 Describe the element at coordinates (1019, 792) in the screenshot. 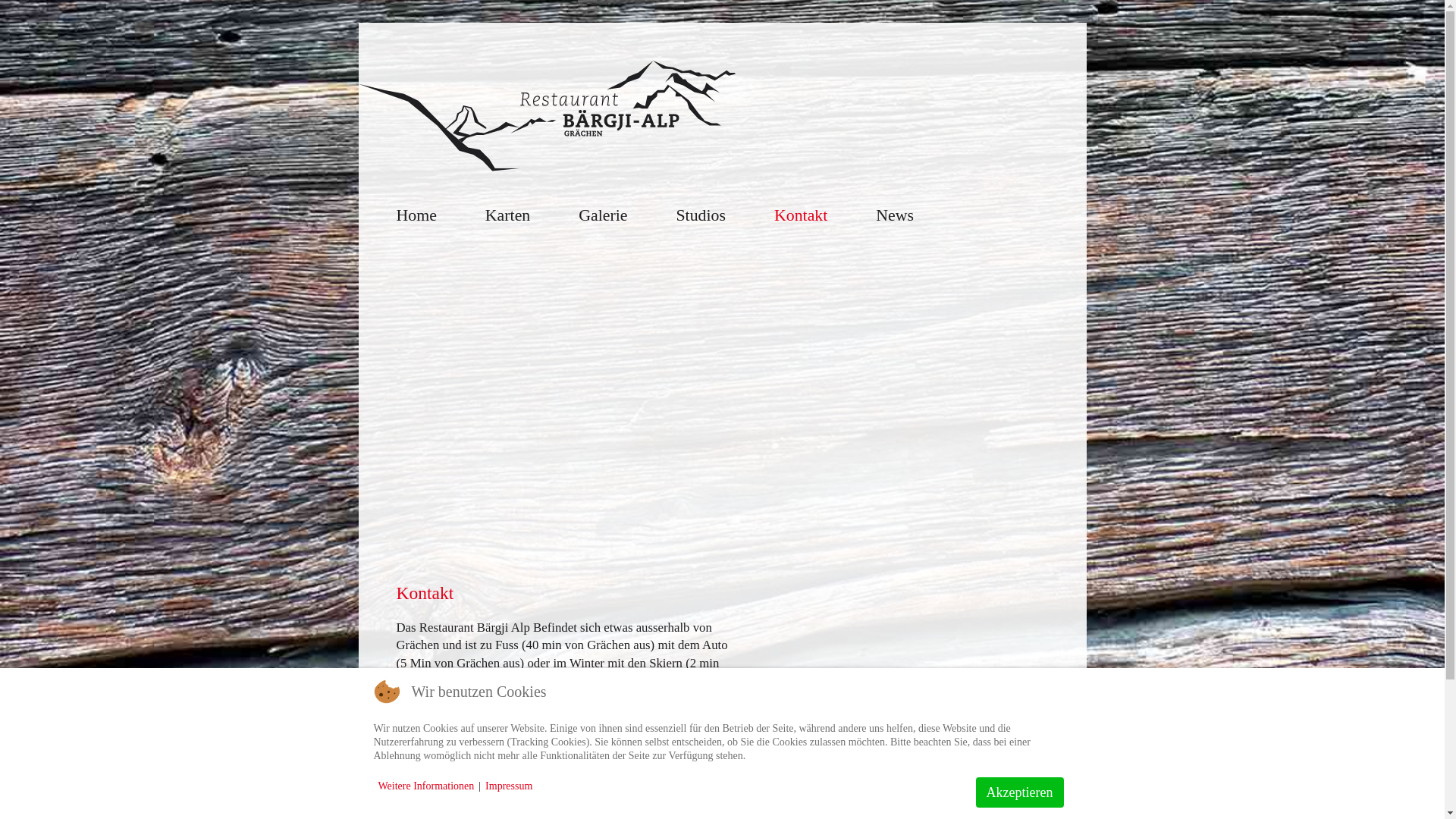

I see `'Akzeptieren'` at that location.